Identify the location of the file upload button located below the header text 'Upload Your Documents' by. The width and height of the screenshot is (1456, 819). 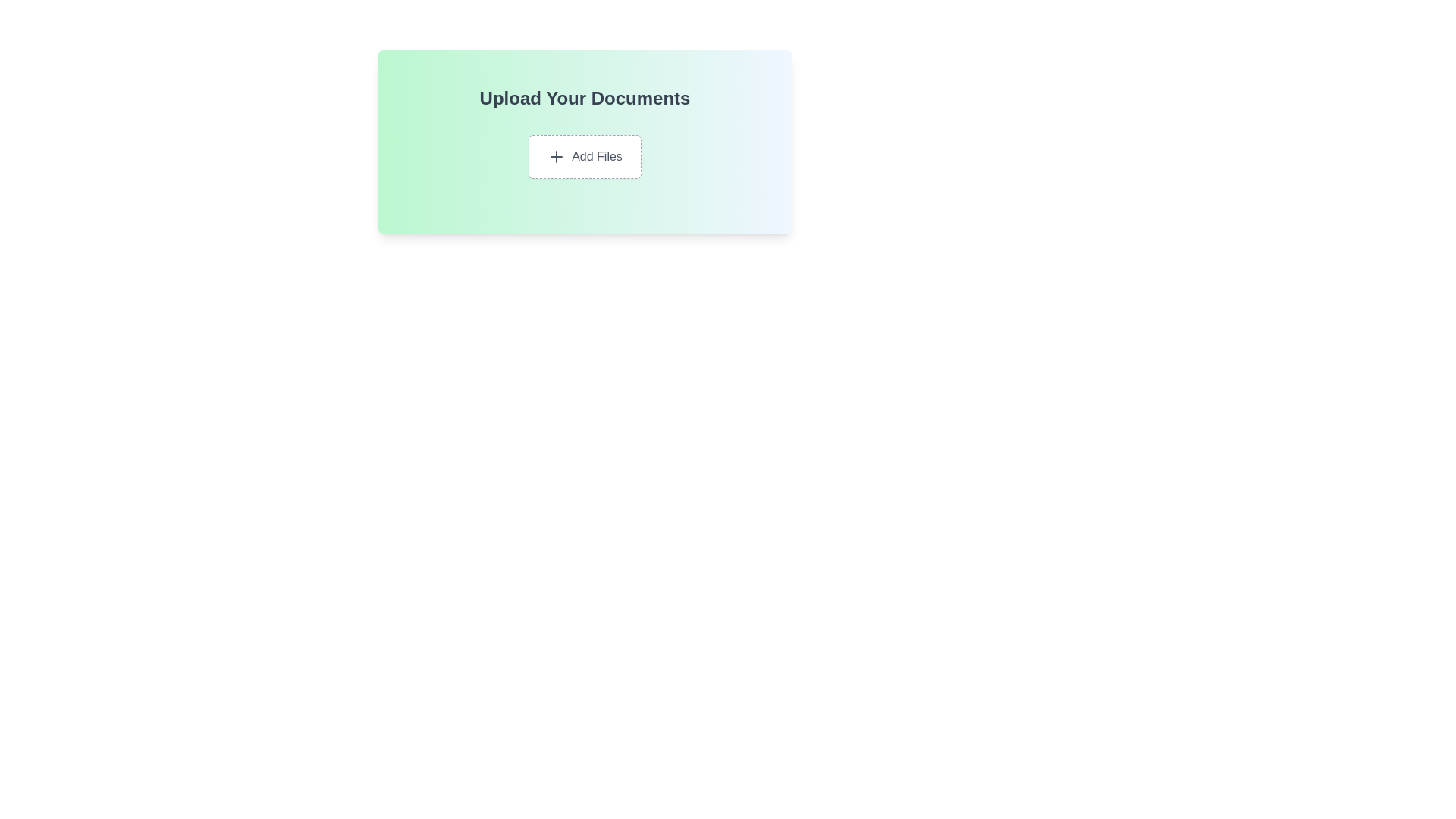
(584, 157).